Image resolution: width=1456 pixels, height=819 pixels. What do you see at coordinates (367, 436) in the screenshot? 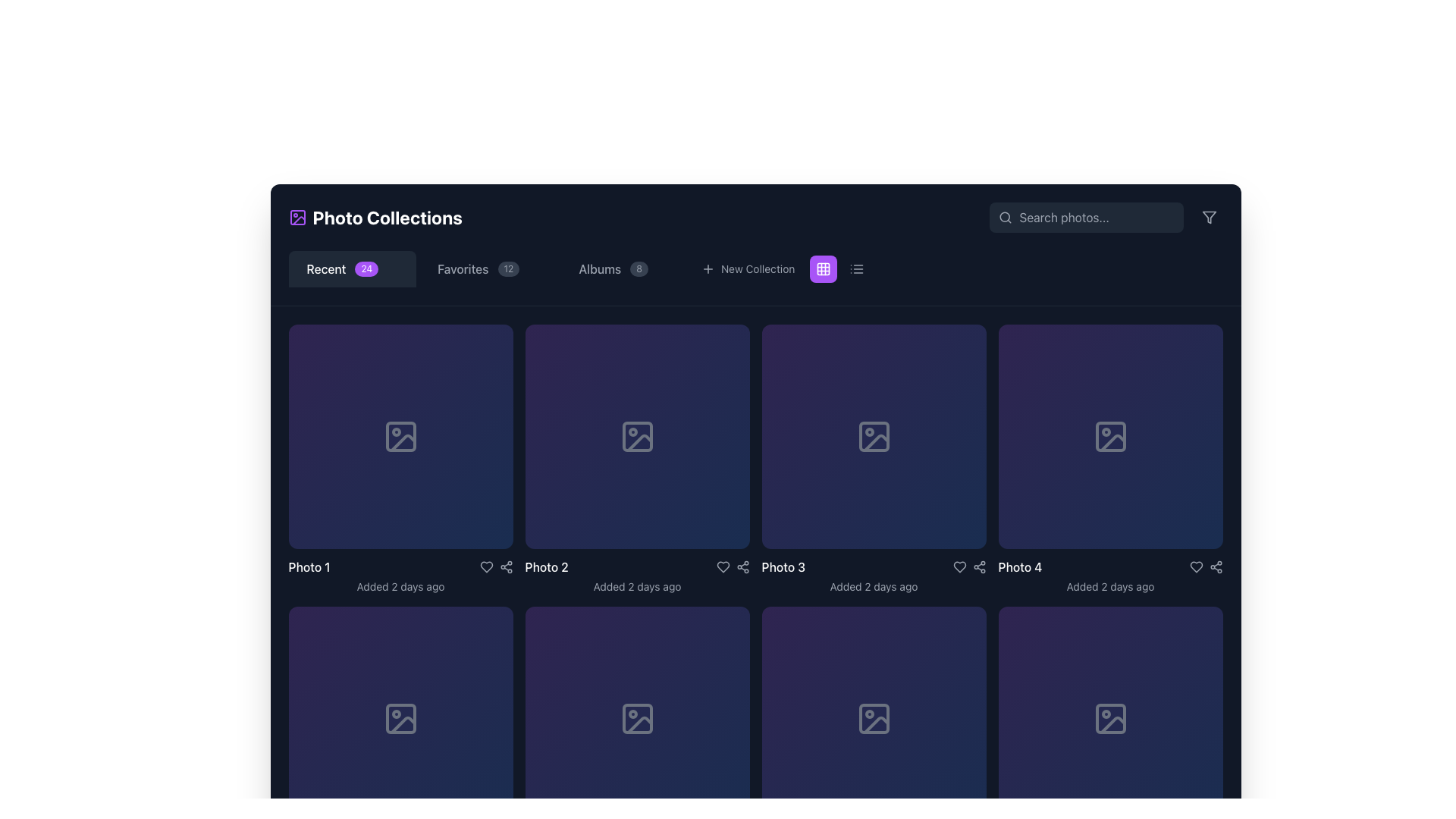
I see `the action button located at the bottom-left corner of the first card in the grid of photo previews` at bounding box center [367, 436].